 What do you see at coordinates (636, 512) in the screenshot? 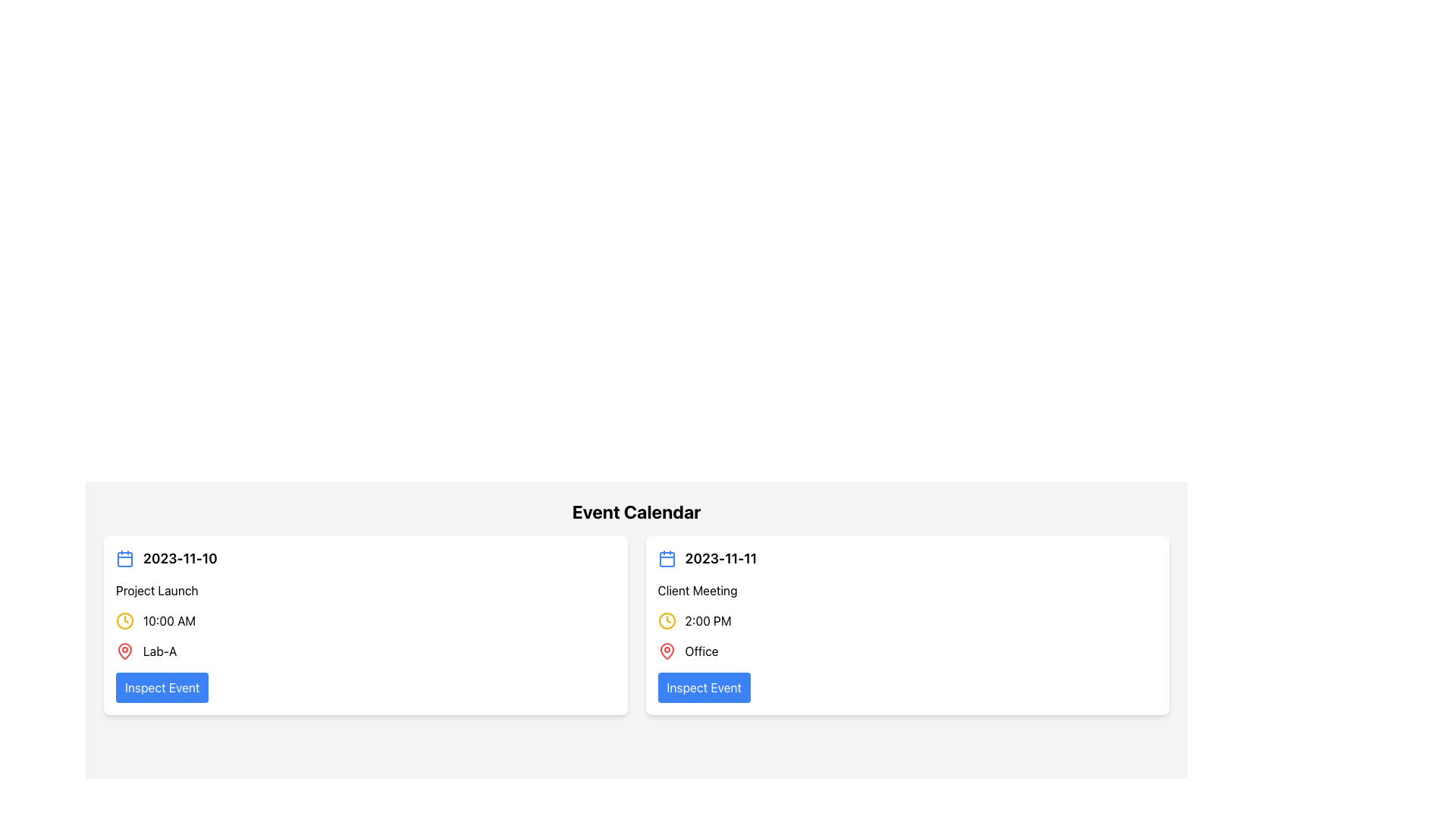
I see `text of the Text Header located at the top center of the calendar section, which serves as a title or label for the associated schedule` at bounding box center [636, 512].